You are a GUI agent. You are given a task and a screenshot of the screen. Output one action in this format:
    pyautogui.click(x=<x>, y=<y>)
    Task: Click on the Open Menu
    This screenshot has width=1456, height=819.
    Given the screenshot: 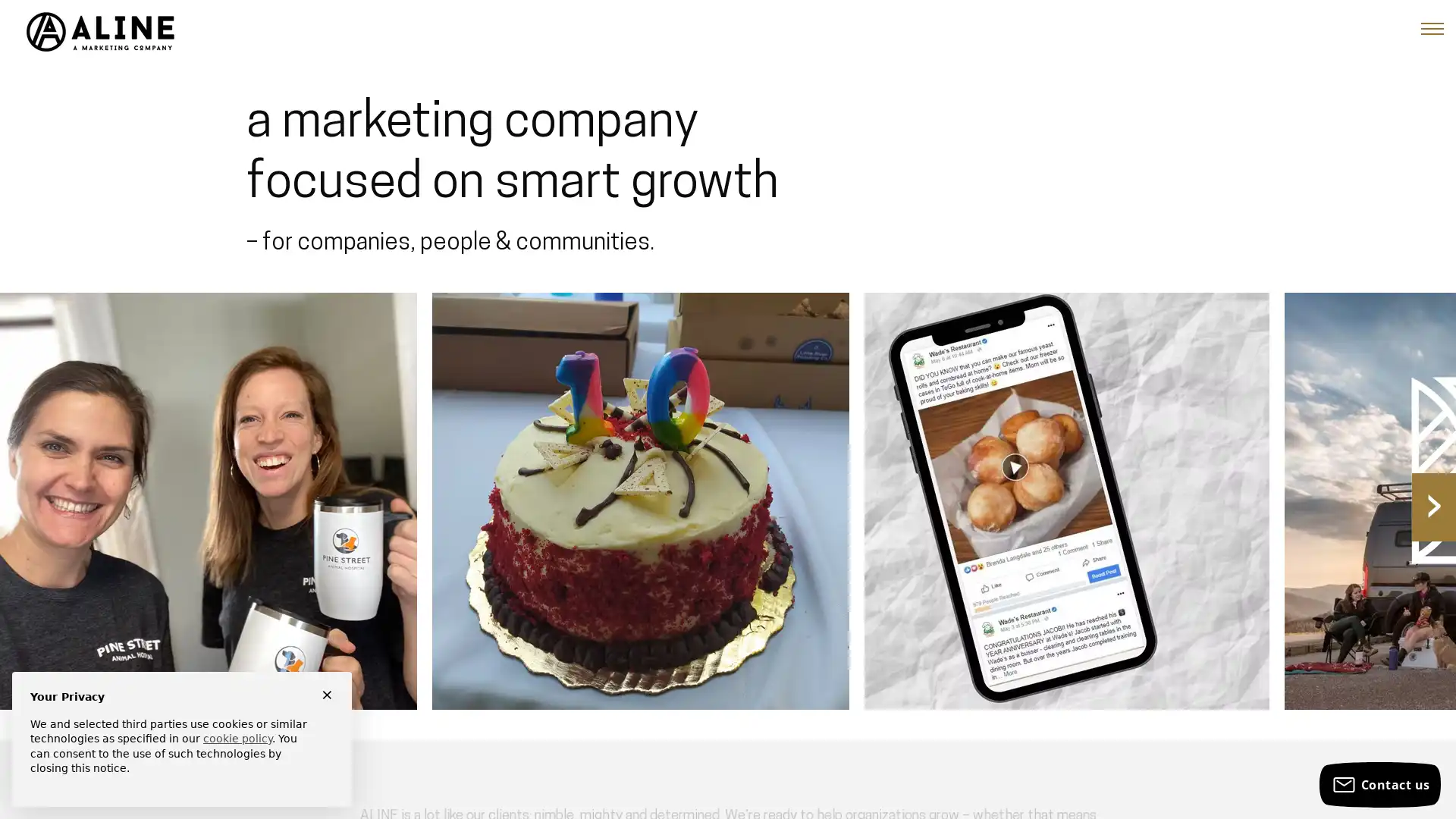 What is the action you would take?
    pyautogui.click(x=1432, y=29)
    